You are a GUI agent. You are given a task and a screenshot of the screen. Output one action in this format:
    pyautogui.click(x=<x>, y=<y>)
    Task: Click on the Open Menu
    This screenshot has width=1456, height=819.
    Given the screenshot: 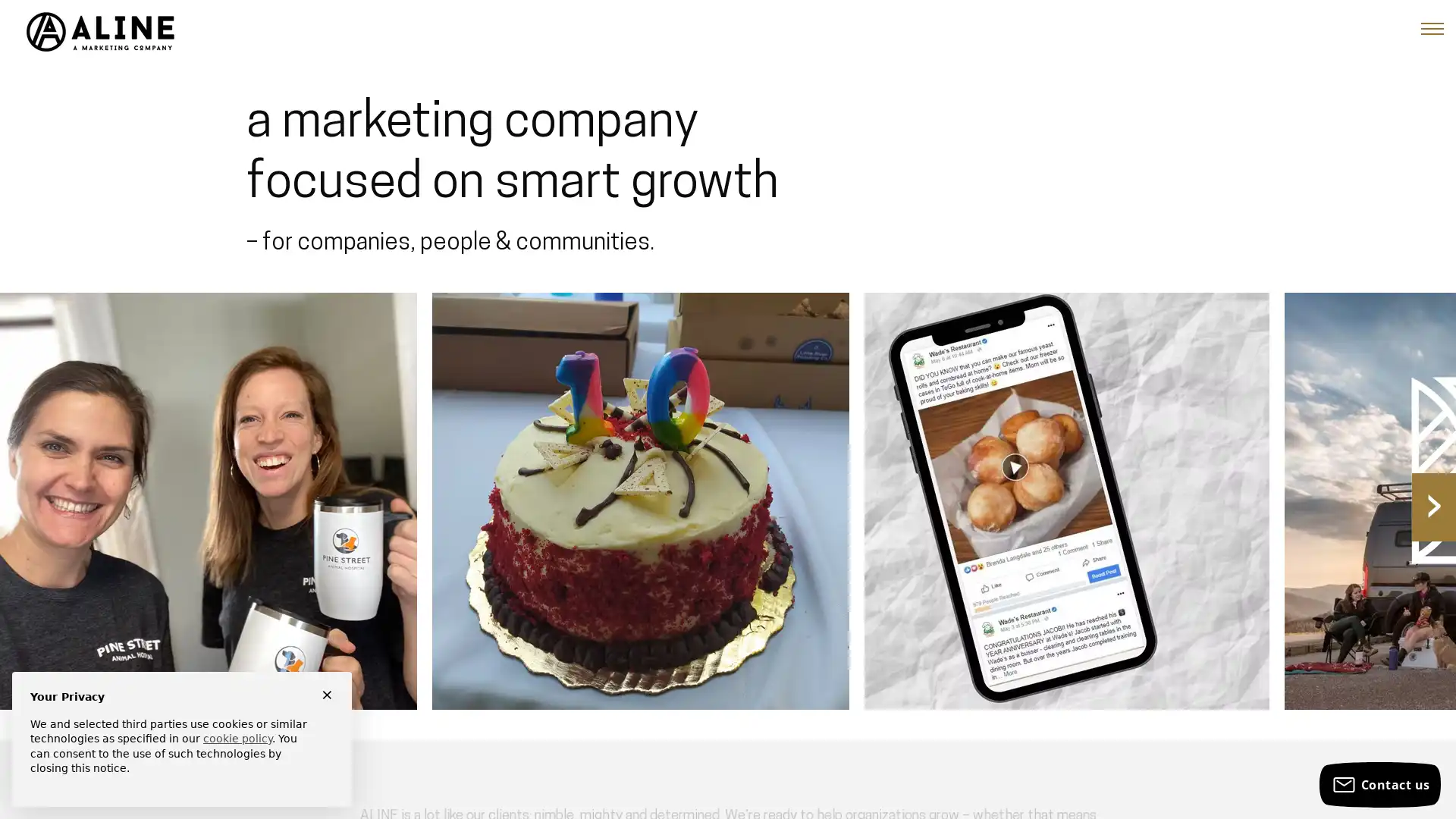 What is the action you would take?
    pyautogui.click(x=1432, y=29)
    